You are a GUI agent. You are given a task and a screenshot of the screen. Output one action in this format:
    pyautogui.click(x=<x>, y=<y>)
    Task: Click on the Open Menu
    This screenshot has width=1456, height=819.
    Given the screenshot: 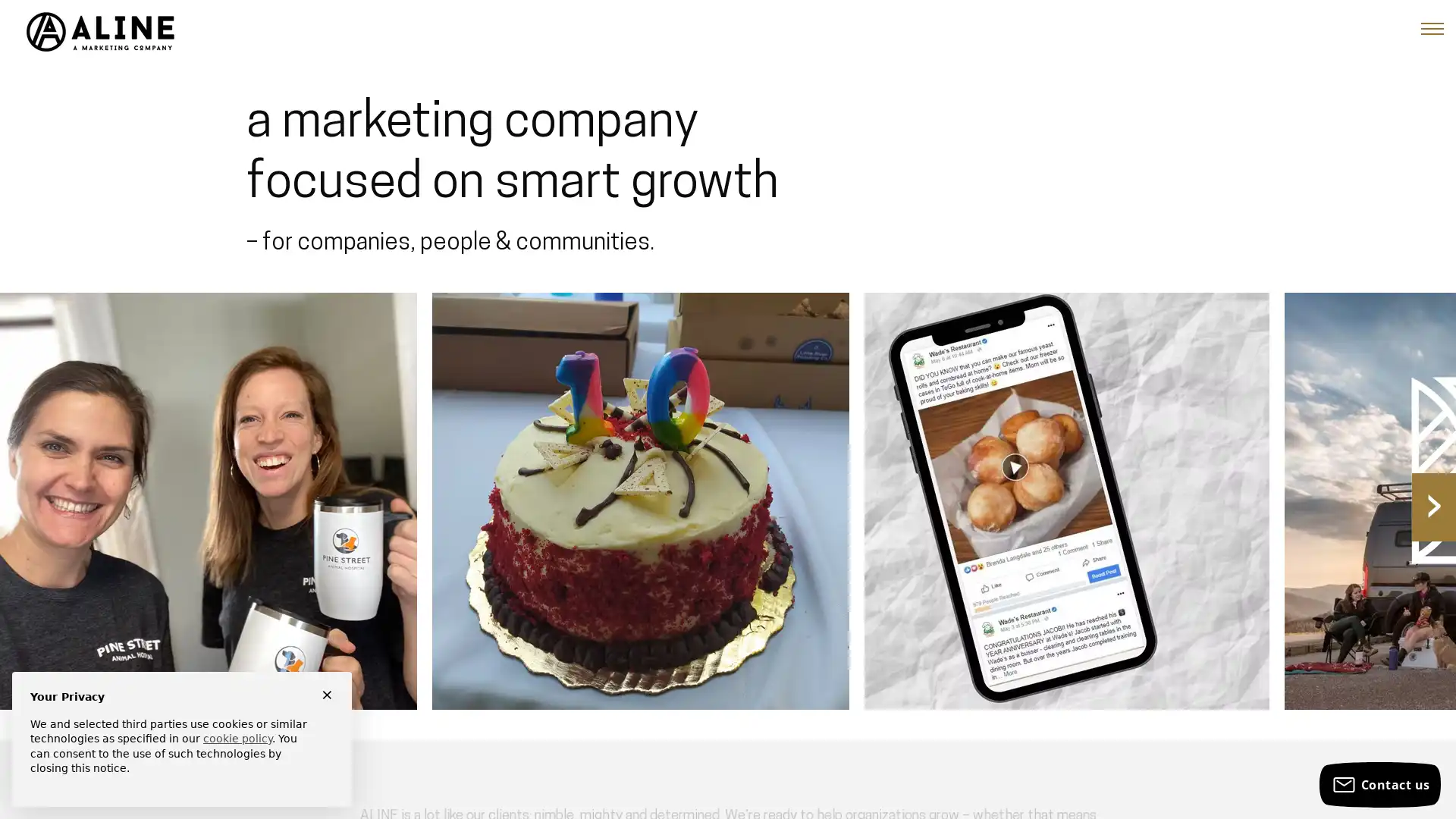 What is the action you would take?
    pyautogui.click(x=1432, y=29)
    